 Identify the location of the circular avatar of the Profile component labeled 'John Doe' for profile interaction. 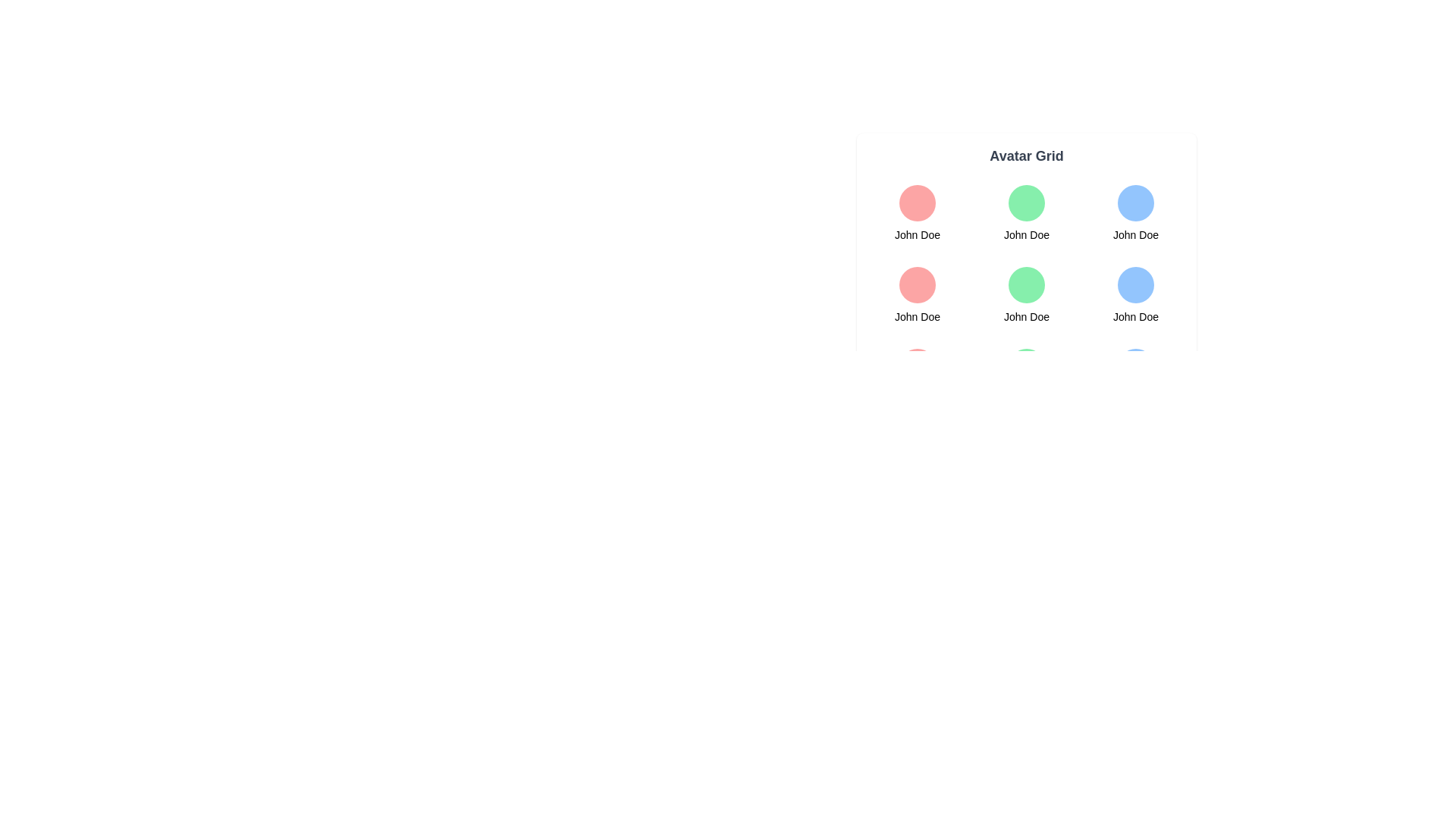
(1026, 295).